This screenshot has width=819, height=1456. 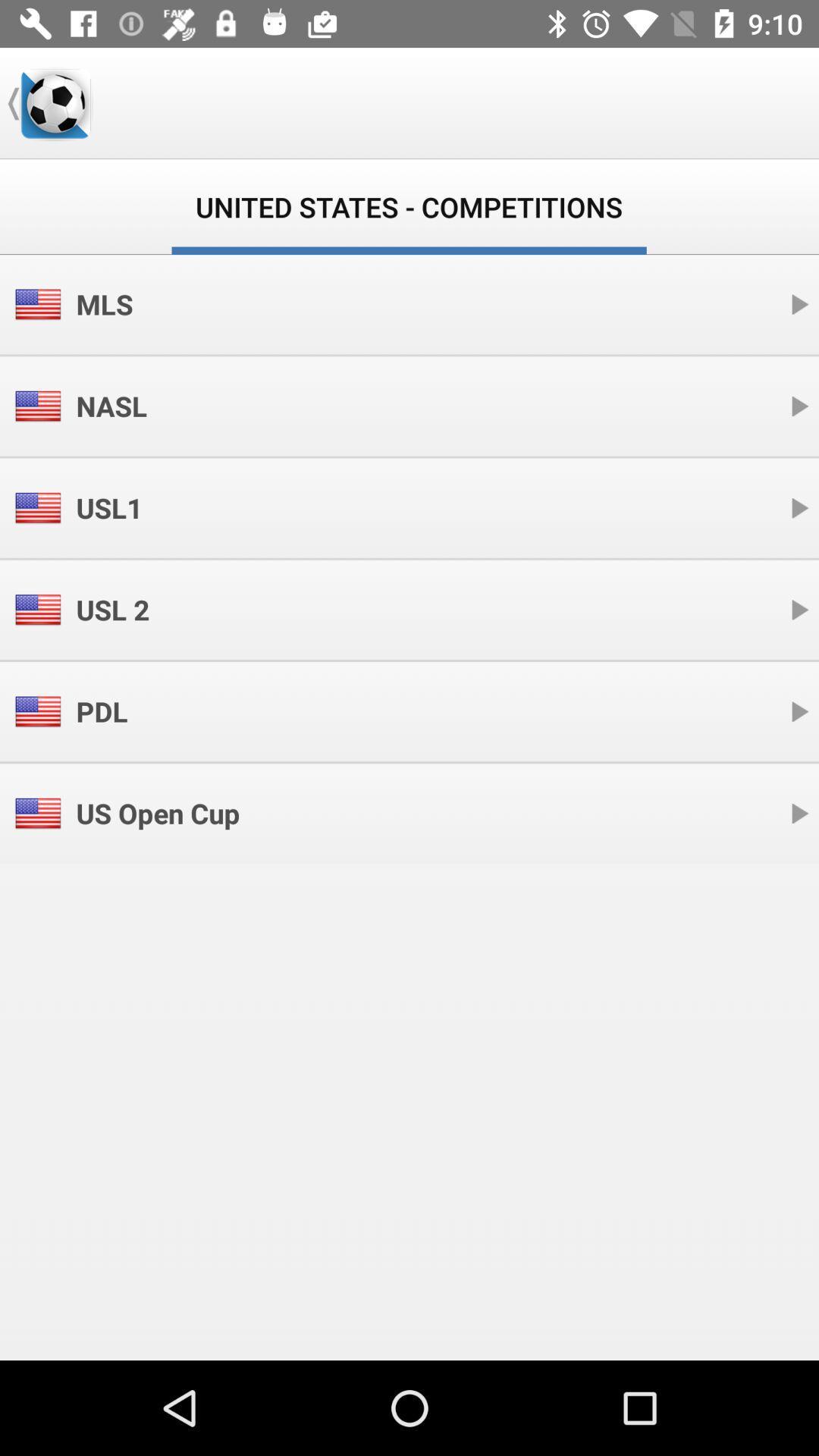 I want to click on the icon below the pdl item, so click(x=158, y=812).